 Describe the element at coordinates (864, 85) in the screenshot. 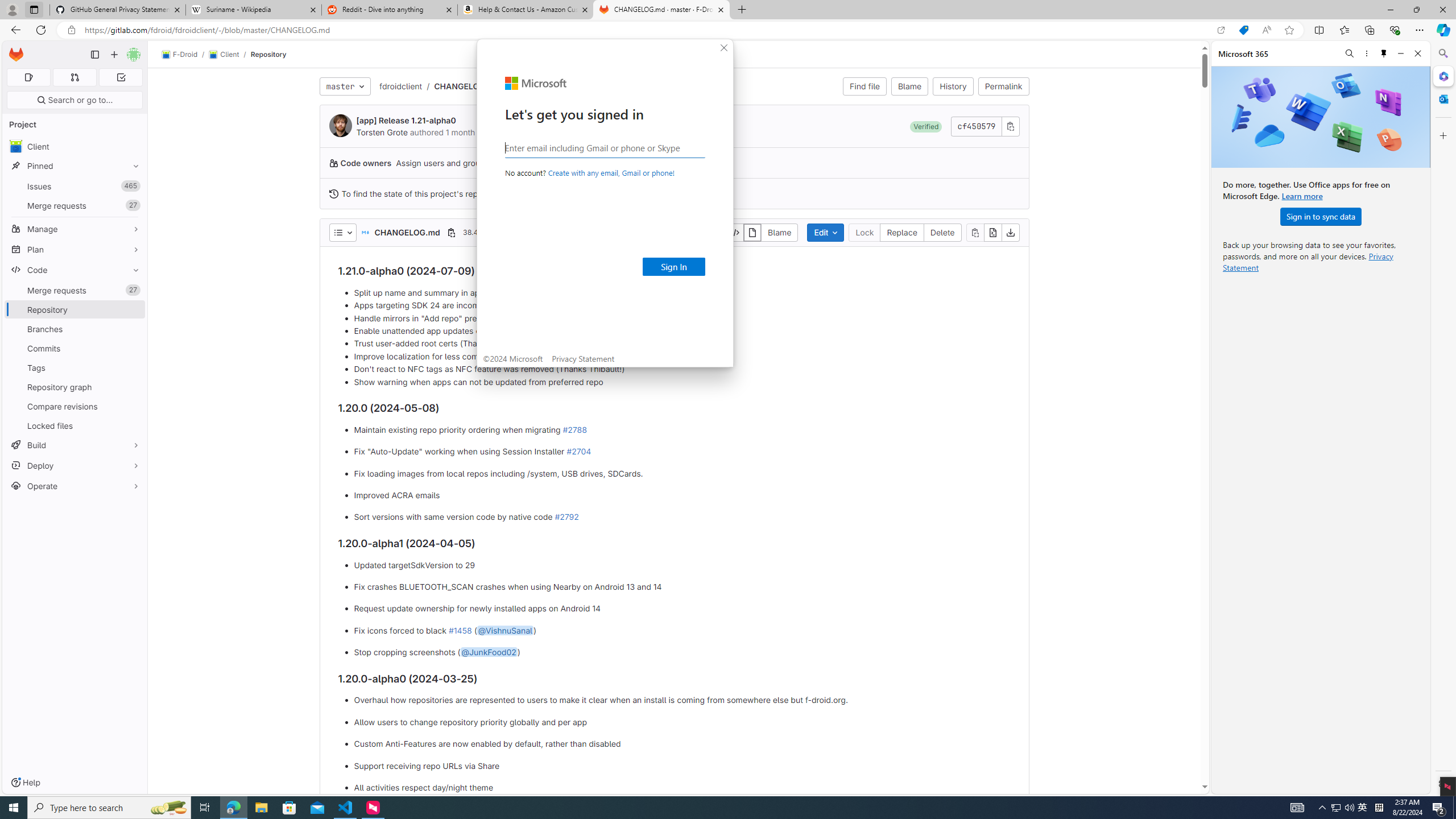

I see `'Find file'` at that location.